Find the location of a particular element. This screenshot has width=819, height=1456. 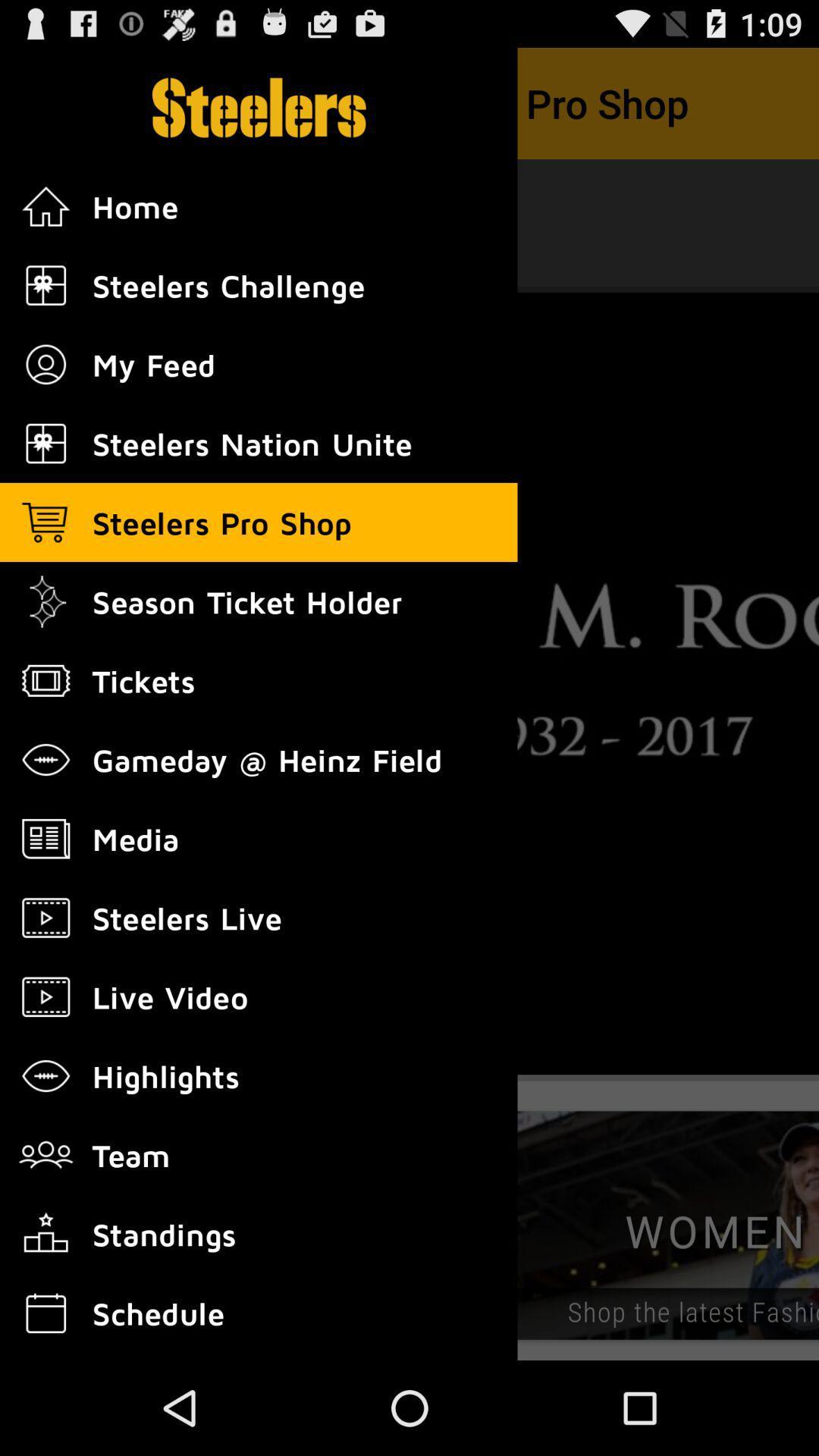

the icon which is beside steelers live is located at coordinates (45, 917).